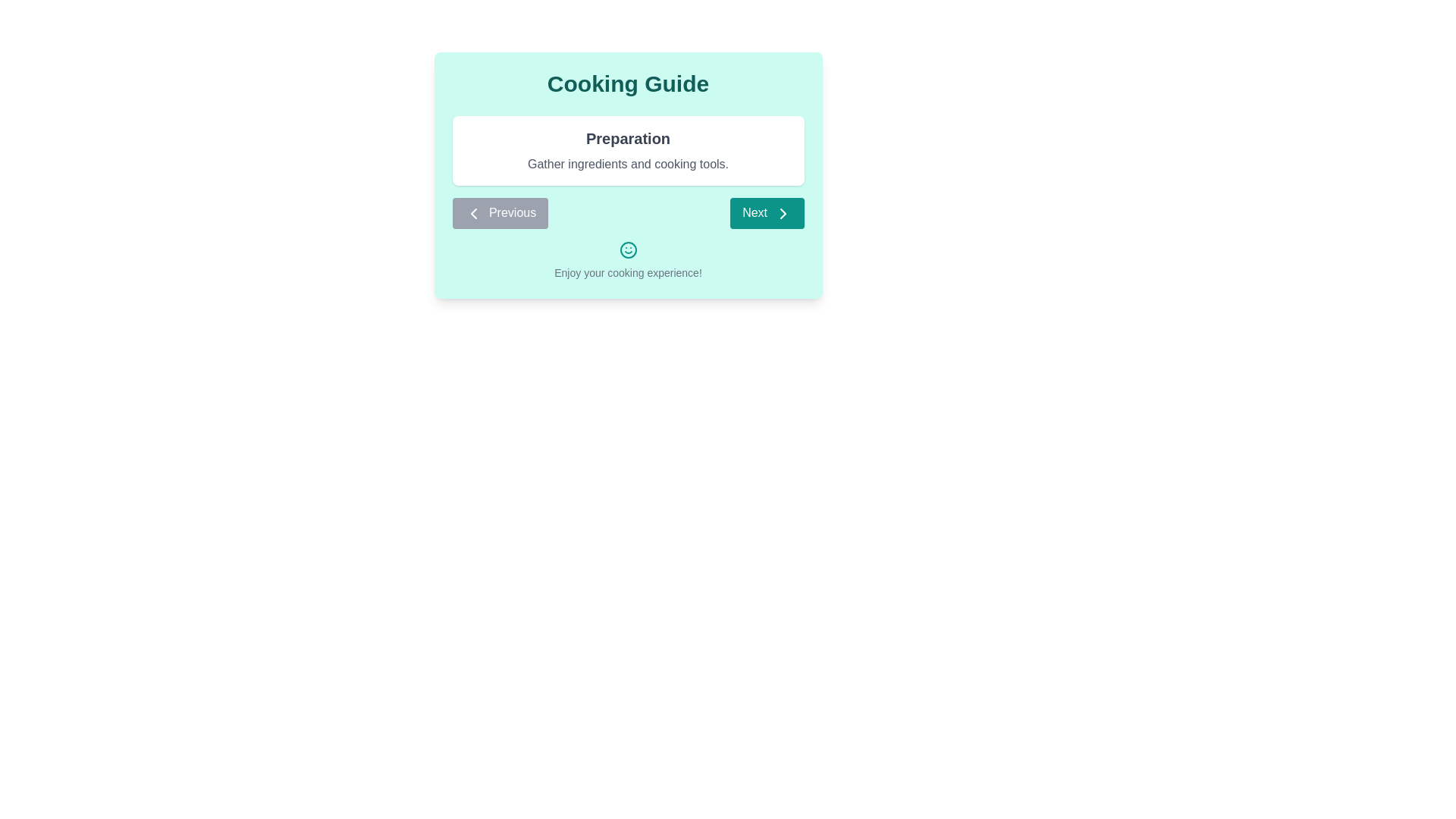 The height and width of the screenshot is (819, 1456). I want to click on the leftward-pointing chevron icon indicating navigation within the 'Previous' button located at the lower-left corner of the card-like interface, so click(472, 213).